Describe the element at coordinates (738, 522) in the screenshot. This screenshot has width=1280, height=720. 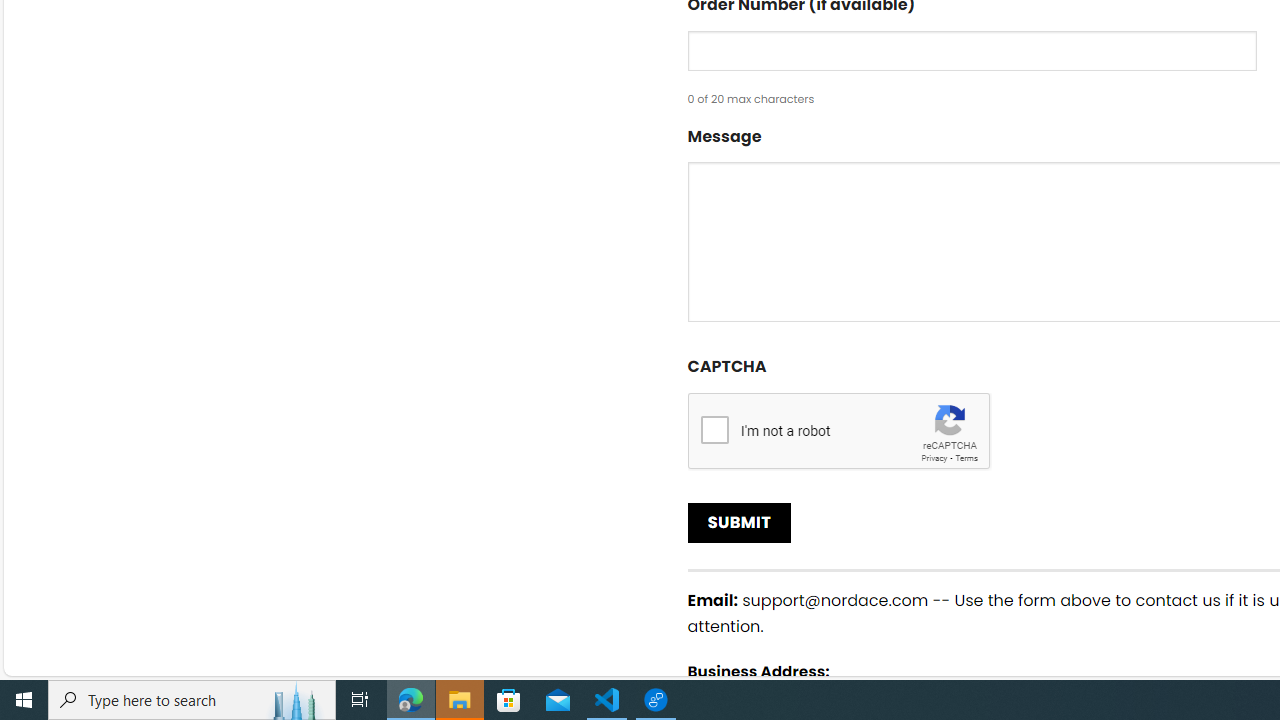
I see `'Submit'` at that location.